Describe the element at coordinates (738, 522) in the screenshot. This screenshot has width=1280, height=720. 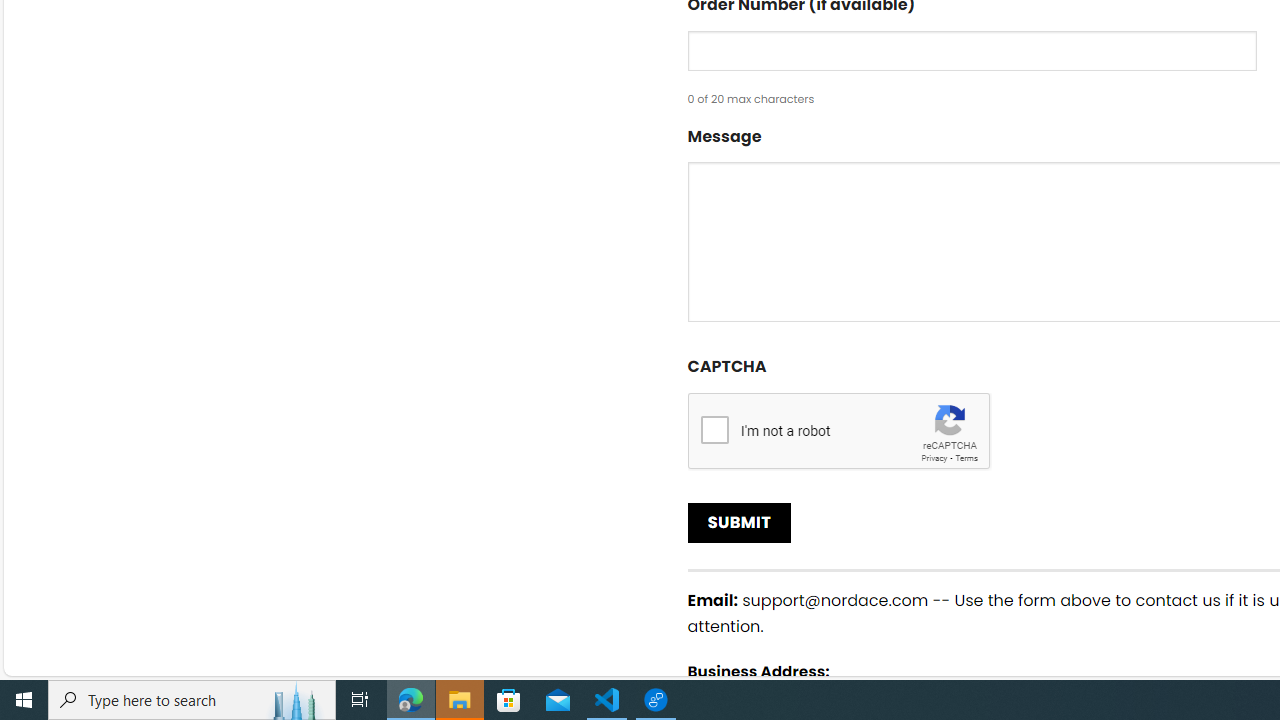
I see `'Submit'` at that location.